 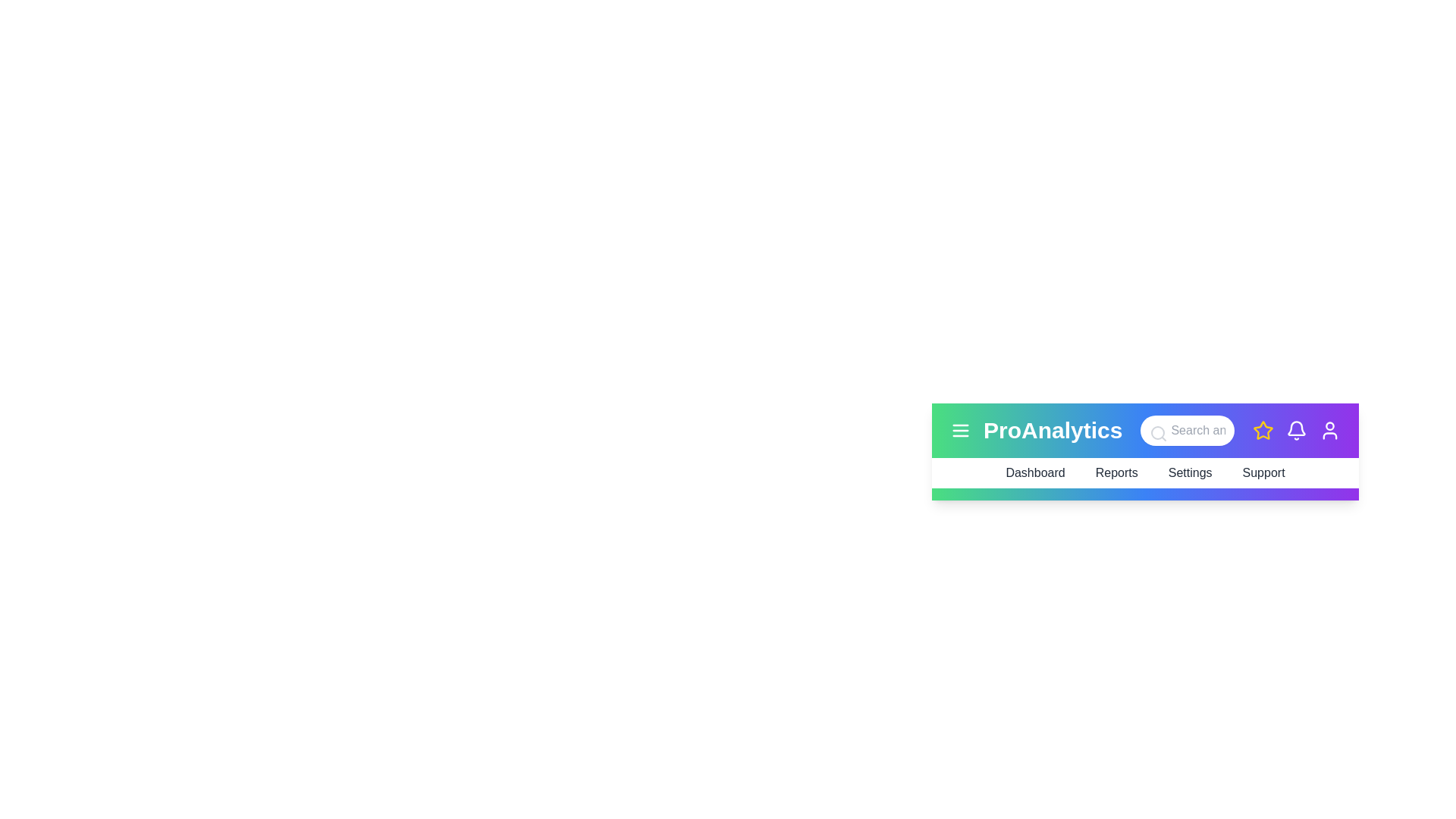 What do you see at coordinates (1034, 472) in the screenshot?
I see `the menu option Dashboard` at bounding box center [1034, 472].